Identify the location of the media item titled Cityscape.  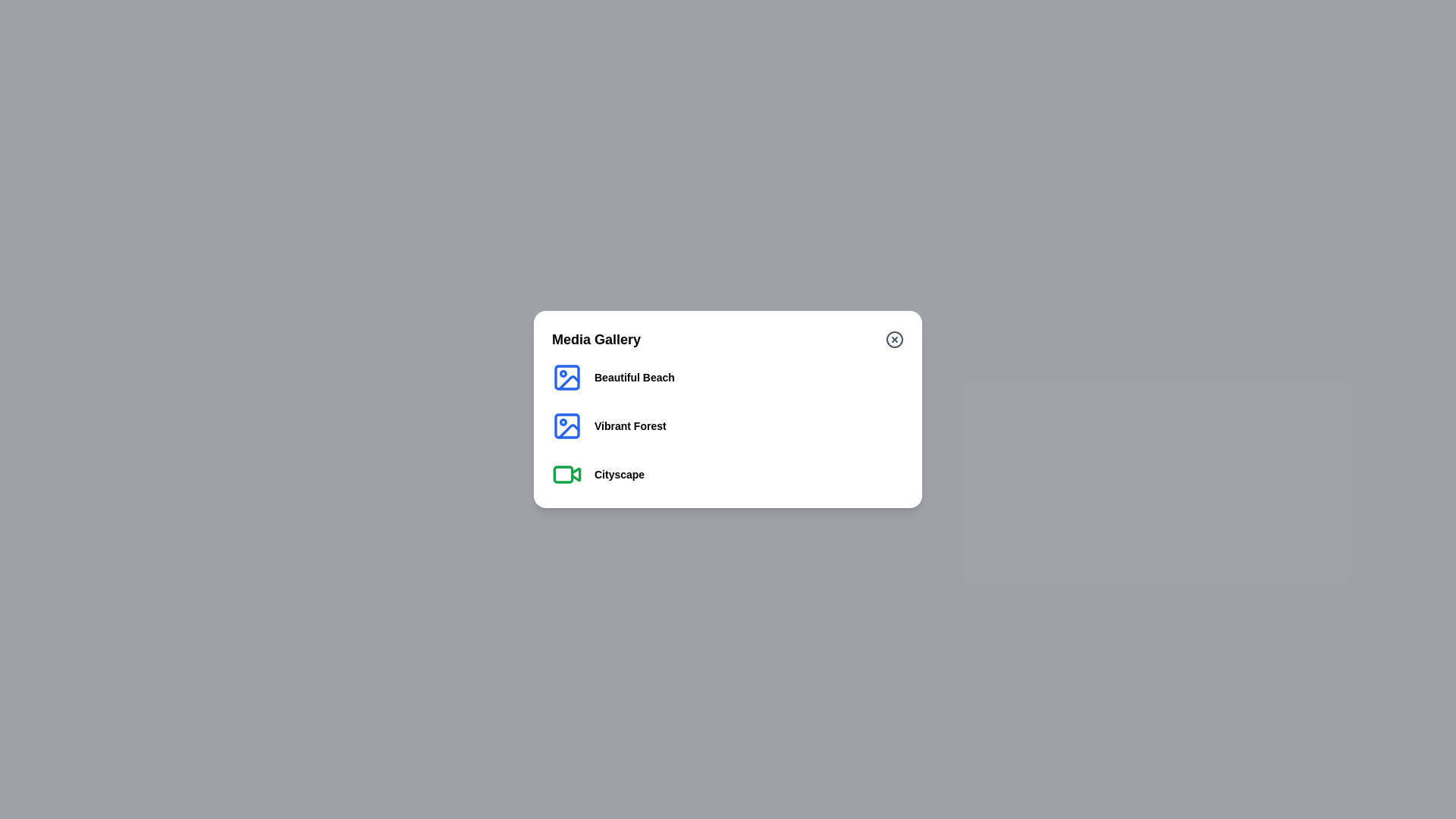
(620, 473).